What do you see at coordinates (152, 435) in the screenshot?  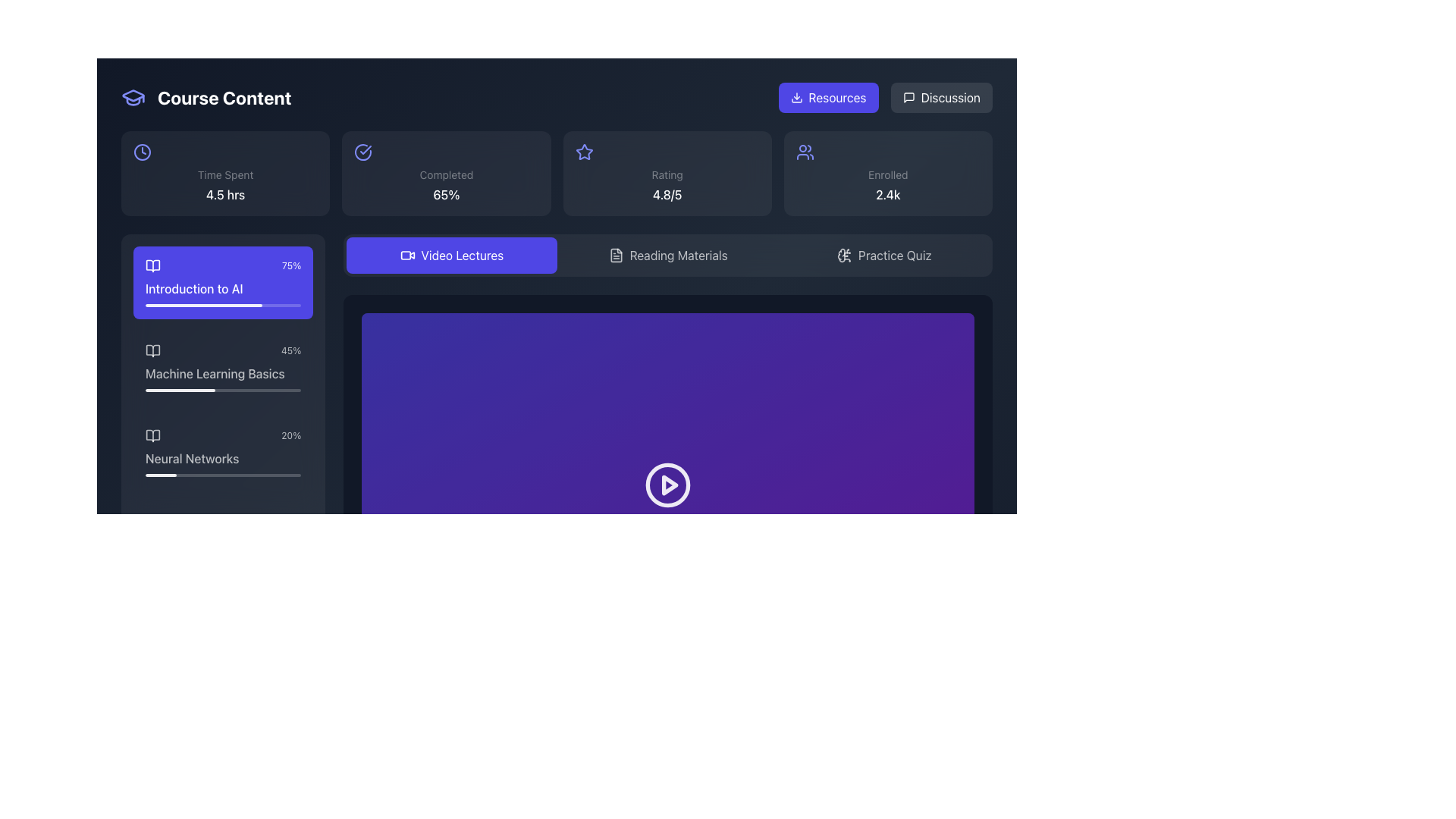 I see `the open book icon located in the left sidebar, which visually represents the 'Neural Networks' entry` at bounding box center [152, 435].